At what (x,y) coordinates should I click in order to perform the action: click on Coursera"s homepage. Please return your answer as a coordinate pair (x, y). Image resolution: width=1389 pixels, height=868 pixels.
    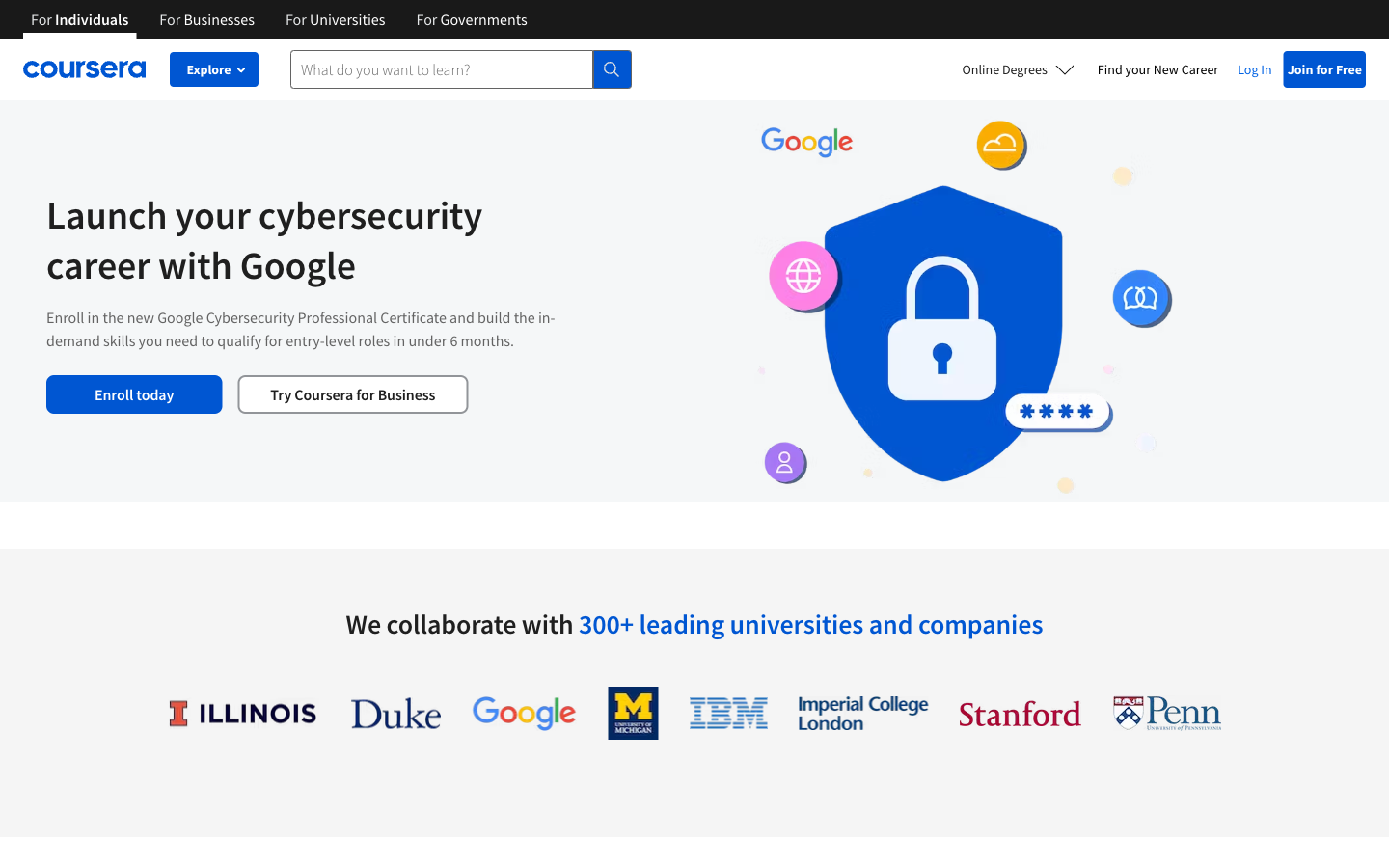
    Looking at the image, I should click on (84, 68).